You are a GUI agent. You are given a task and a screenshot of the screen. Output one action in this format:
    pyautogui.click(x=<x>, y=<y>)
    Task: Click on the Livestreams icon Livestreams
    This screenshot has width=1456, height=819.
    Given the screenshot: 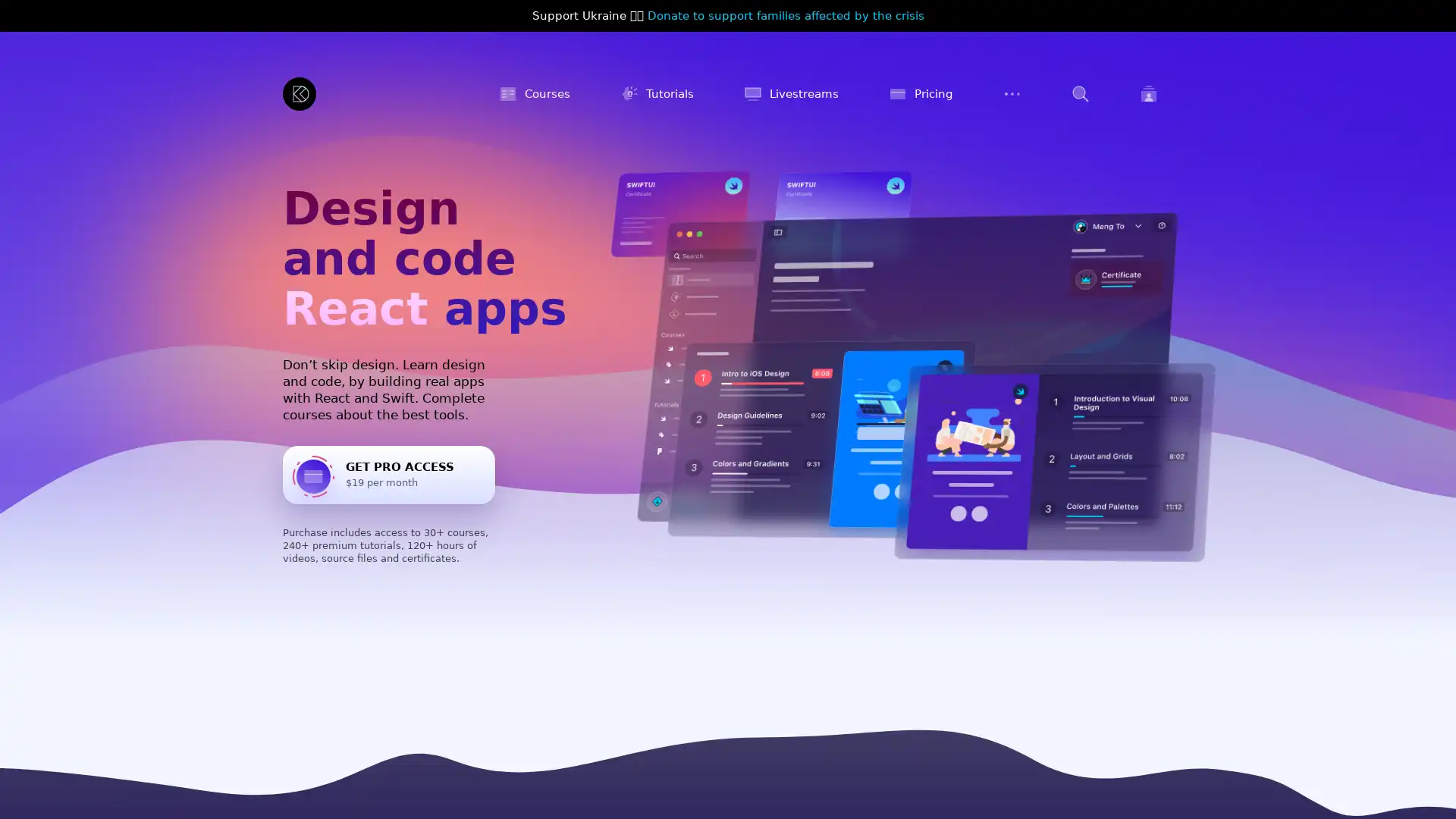 What is the action you would take?
    pyautogui.click(x=790, y=93)
    